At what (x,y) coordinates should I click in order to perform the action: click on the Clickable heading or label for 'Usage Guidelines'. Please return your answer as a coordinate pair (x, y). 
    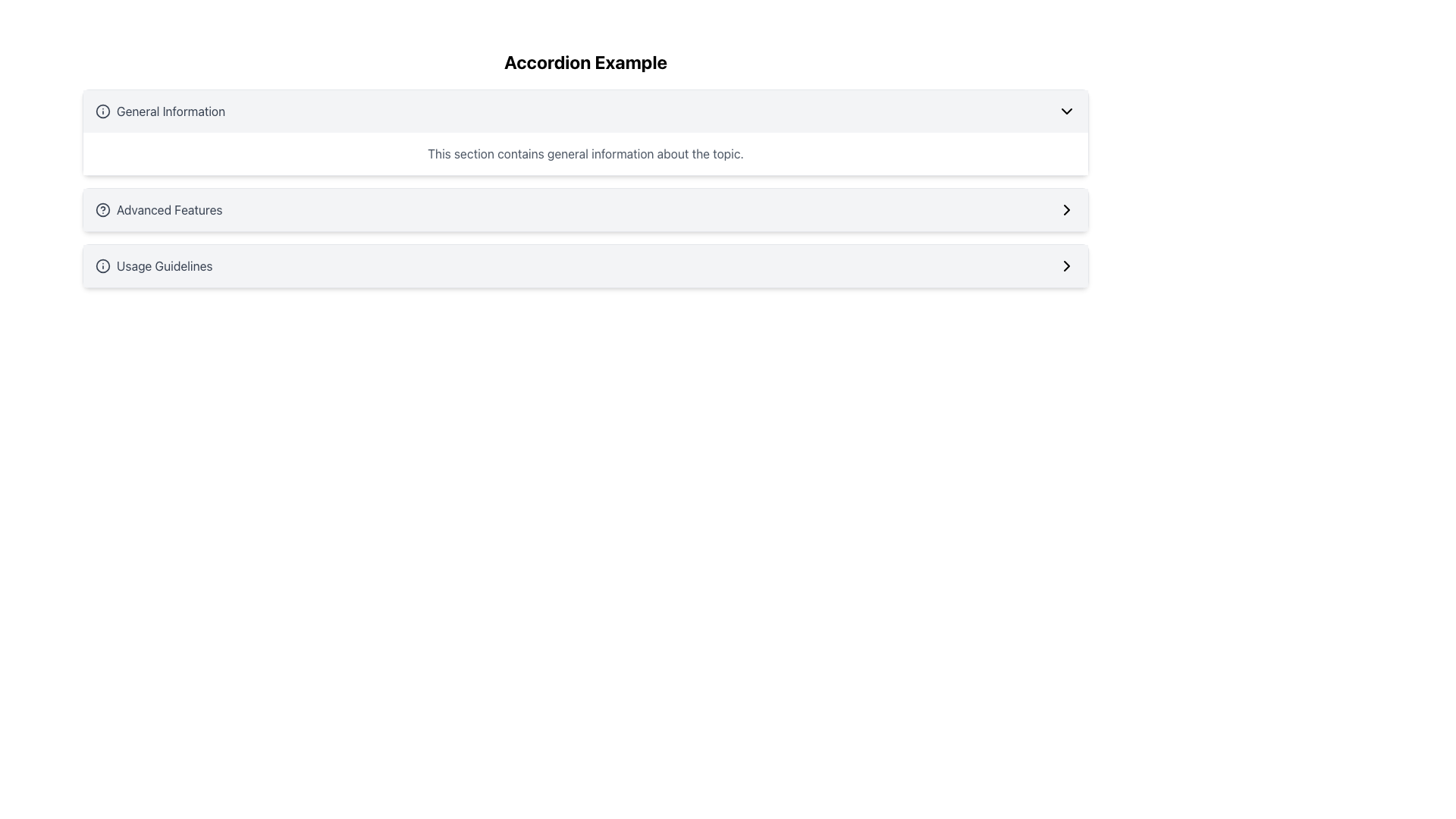
    Looking at the image, I should click on (154, 265).